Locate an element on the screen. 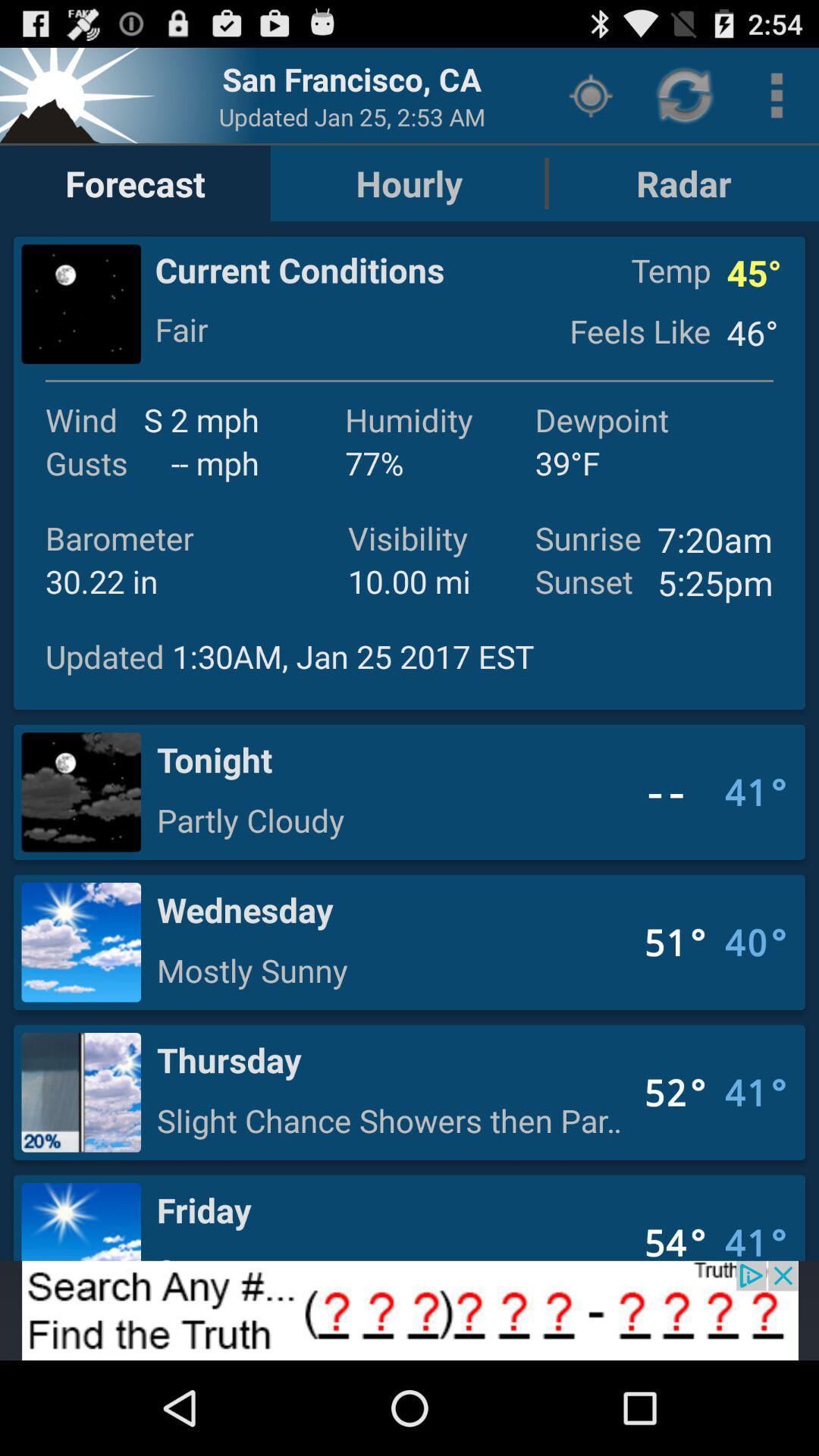 The width and height of the screenshot is (819, 1456). the refresh icon is located at coordinates (686, 101).